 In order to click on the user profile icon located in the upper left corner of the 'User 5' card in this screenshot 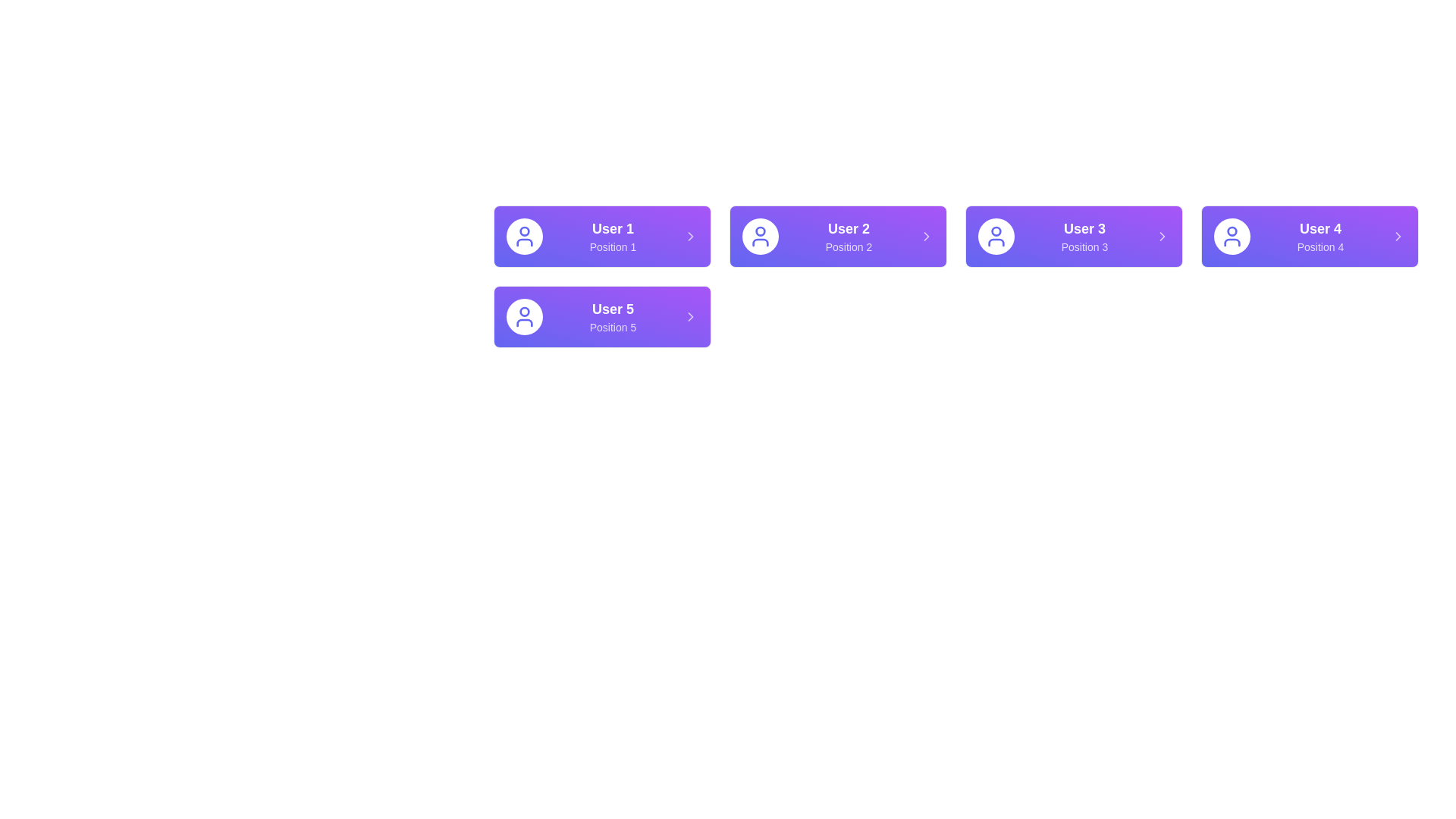, I will do `click(524, 315)`.